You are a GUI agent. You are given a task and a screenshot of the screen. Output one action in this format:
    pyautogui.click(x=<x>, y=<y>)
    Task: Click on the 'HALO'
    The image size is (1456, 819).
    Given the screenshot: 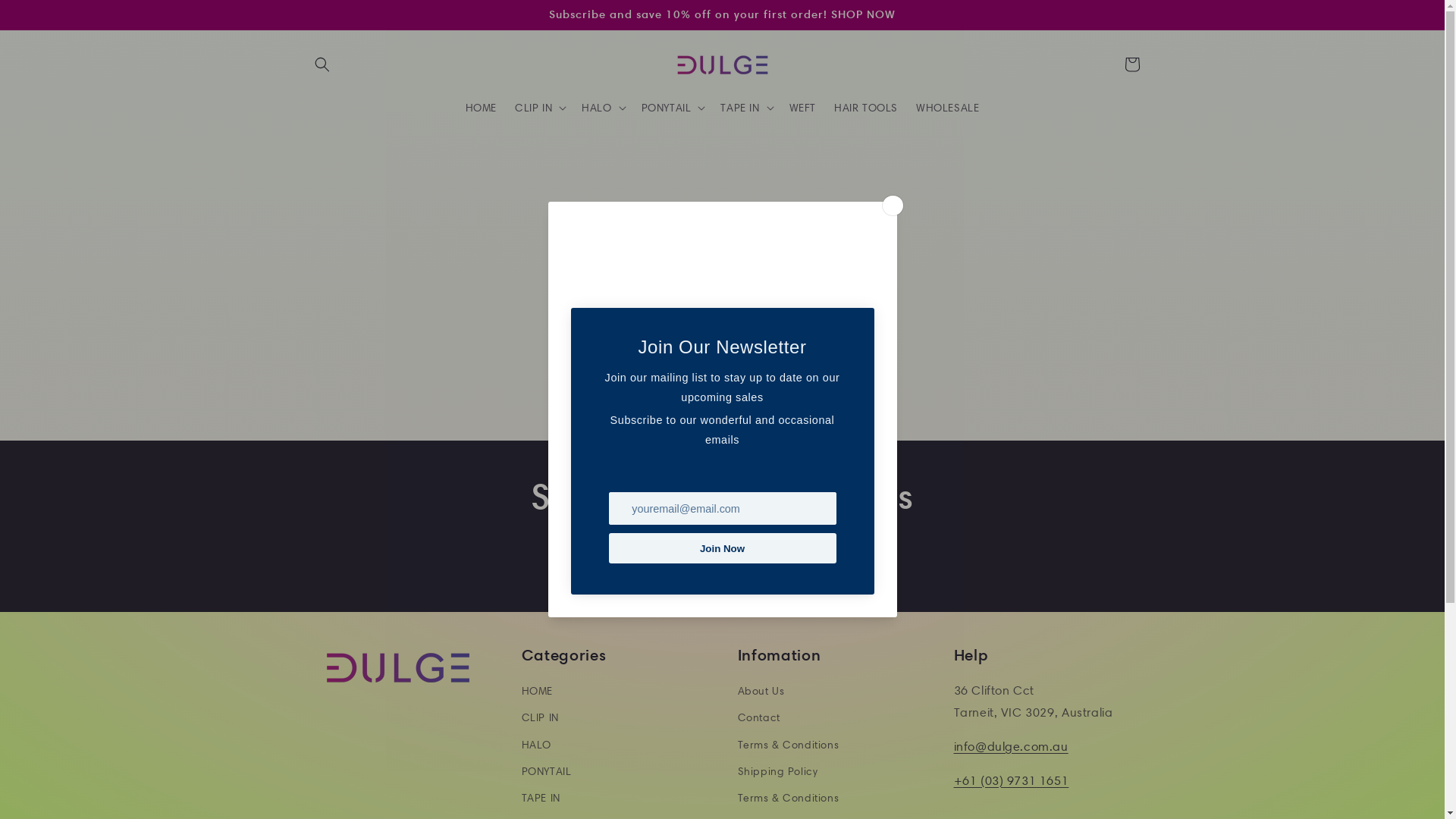 What is the action you would take?
    pyautogui.click(x=536, y=744)
    